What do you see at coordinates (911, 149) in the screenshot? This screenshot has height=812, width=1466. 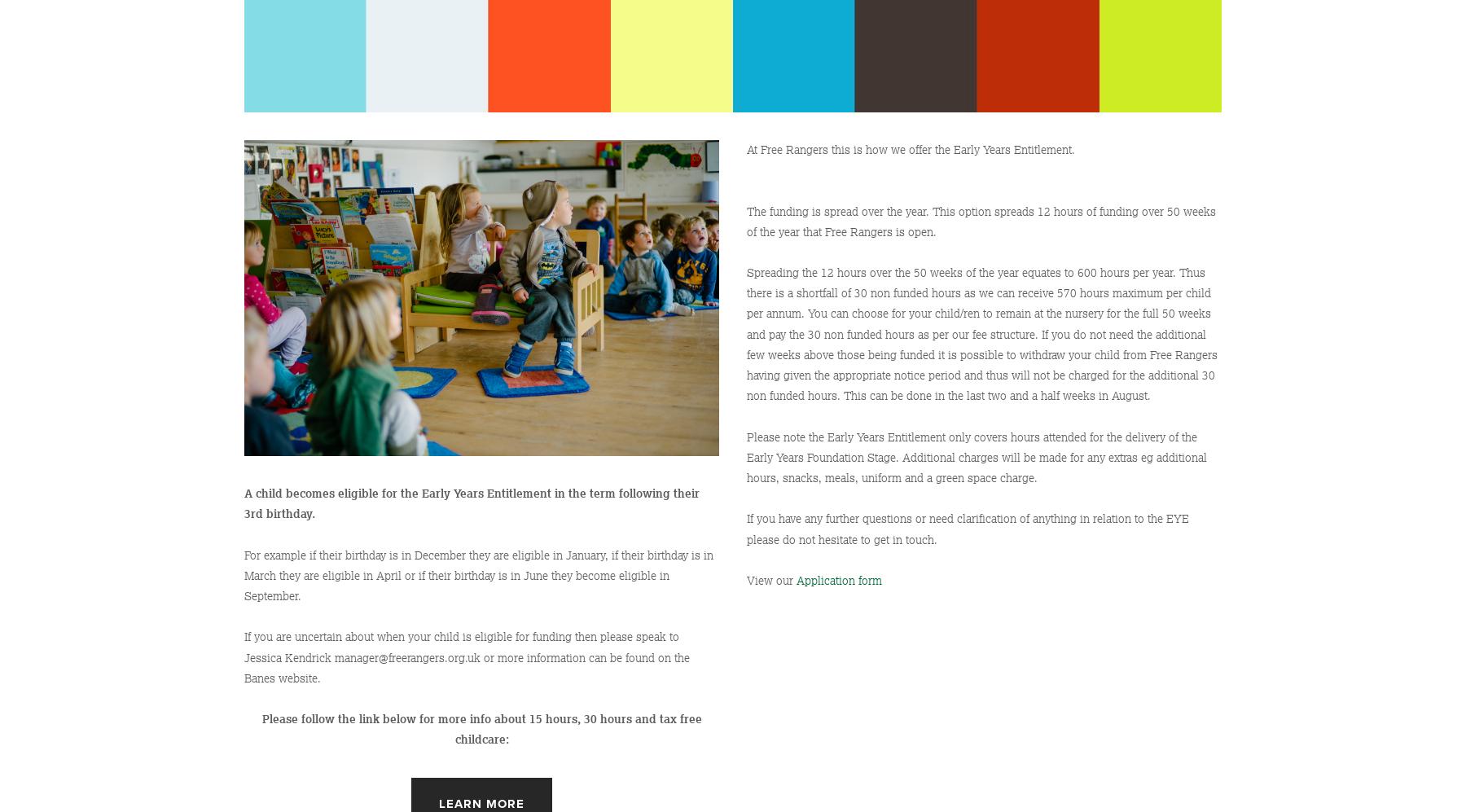 I see `'At Free Rangers this is how we offer the Early Years Entitlement.'` at bounding box center [911, 149].